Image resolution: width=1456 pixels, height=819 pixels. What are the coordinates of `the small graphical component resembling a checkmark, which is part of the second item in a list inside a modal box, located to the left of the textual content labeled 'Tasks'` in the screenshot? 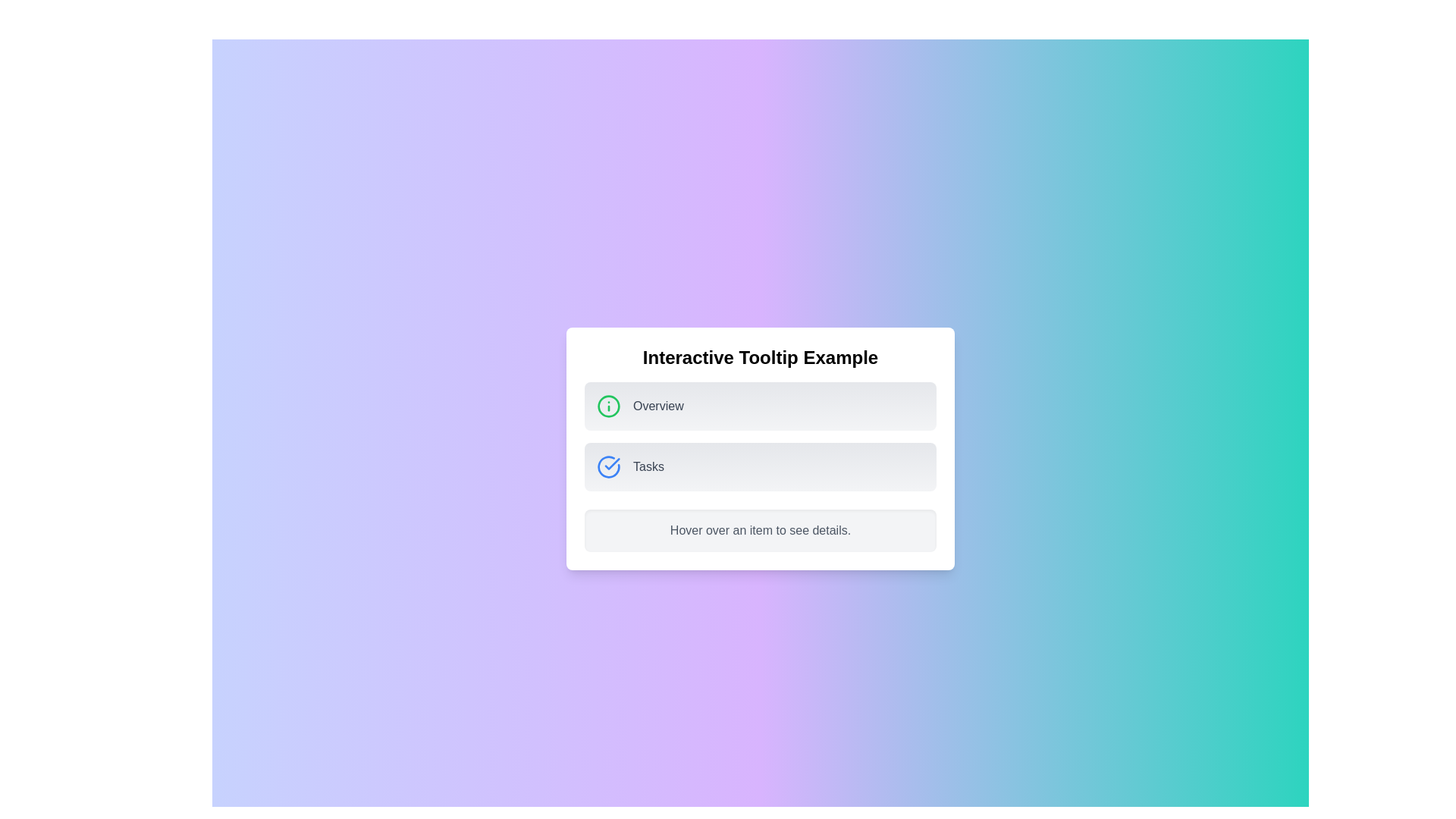 It's located at (612, 463).